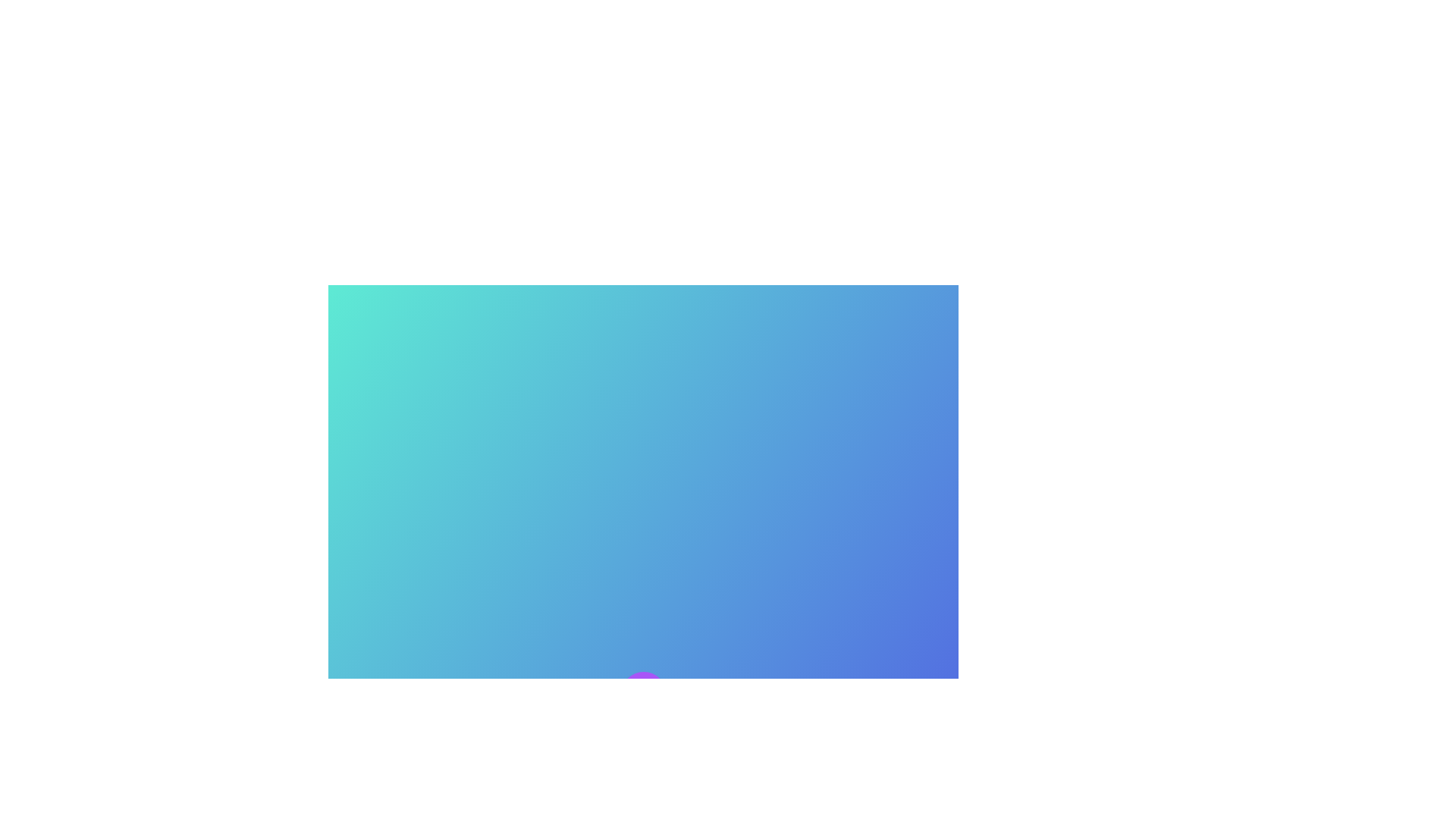 This screenshot has width=1456, height=819. Describe the element at coordinates (643, 694) in the screenshot. I see `the toggle button to open or close the menu` at that location.